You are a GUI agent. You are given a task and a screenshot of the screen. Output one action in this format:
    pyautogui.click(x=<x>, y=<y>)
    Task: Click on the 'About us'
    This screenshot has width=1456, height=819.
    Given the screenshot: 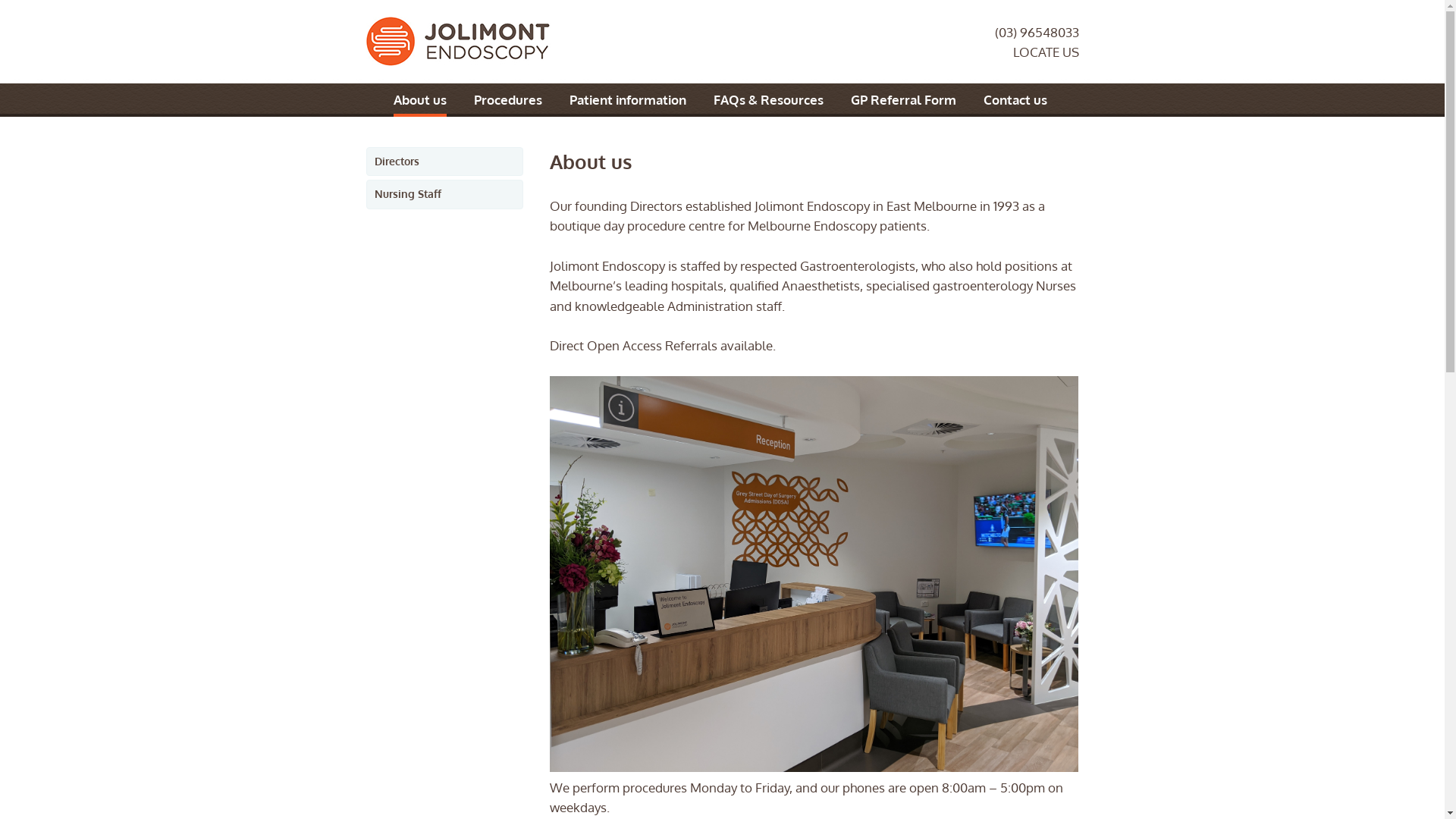 What is the action you would take?
    pyautogui.click(x=393, y=103)
    